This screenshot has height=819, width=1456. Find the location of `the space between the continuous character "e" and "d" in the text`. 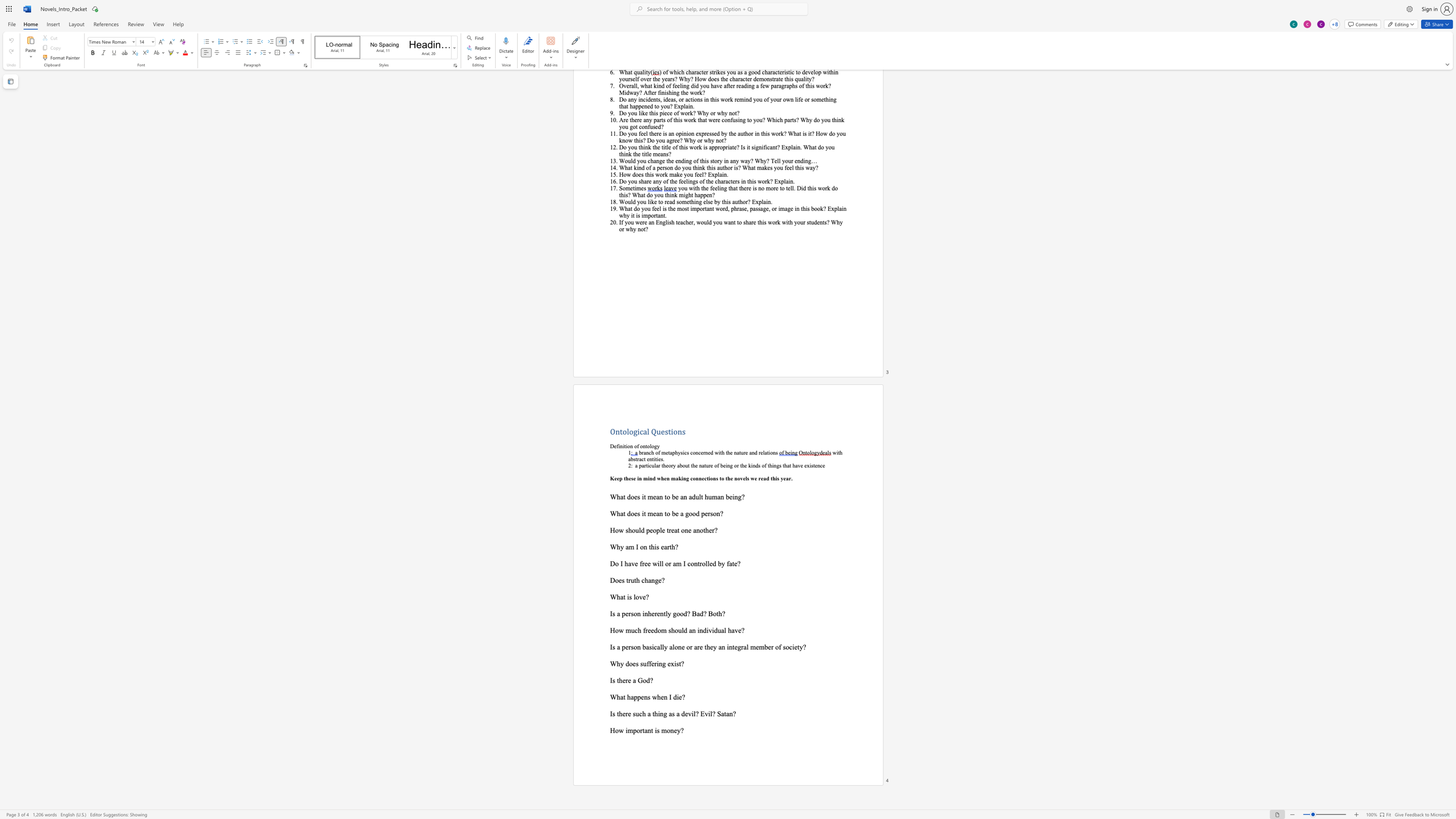

the space between the continuous character "e" and "d" in the text is located at coordinates (712, 563).